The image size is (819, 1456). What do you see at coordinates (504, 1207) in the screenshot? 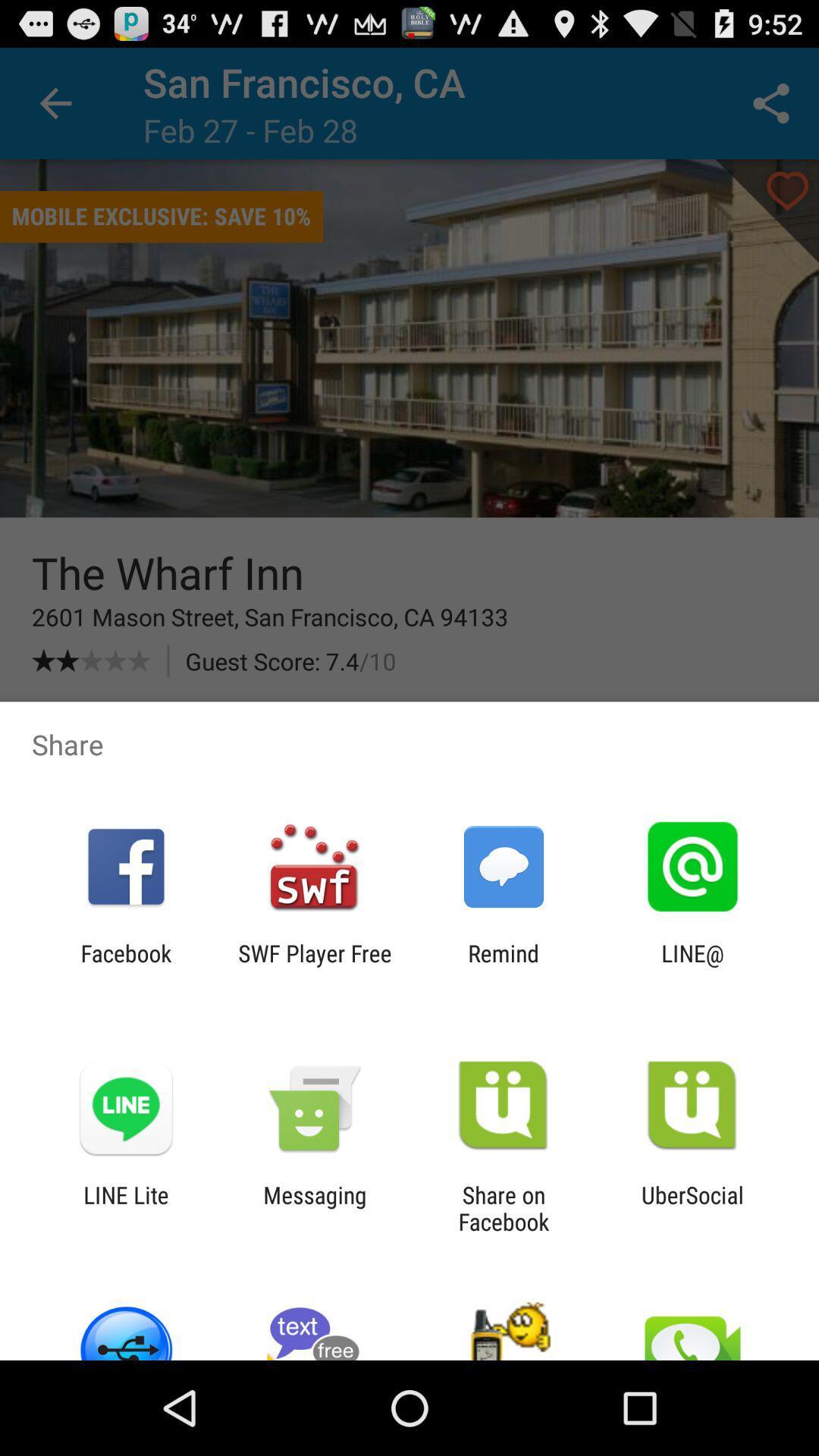
I see `share on facebook item` at bounding box center [504, 1207].